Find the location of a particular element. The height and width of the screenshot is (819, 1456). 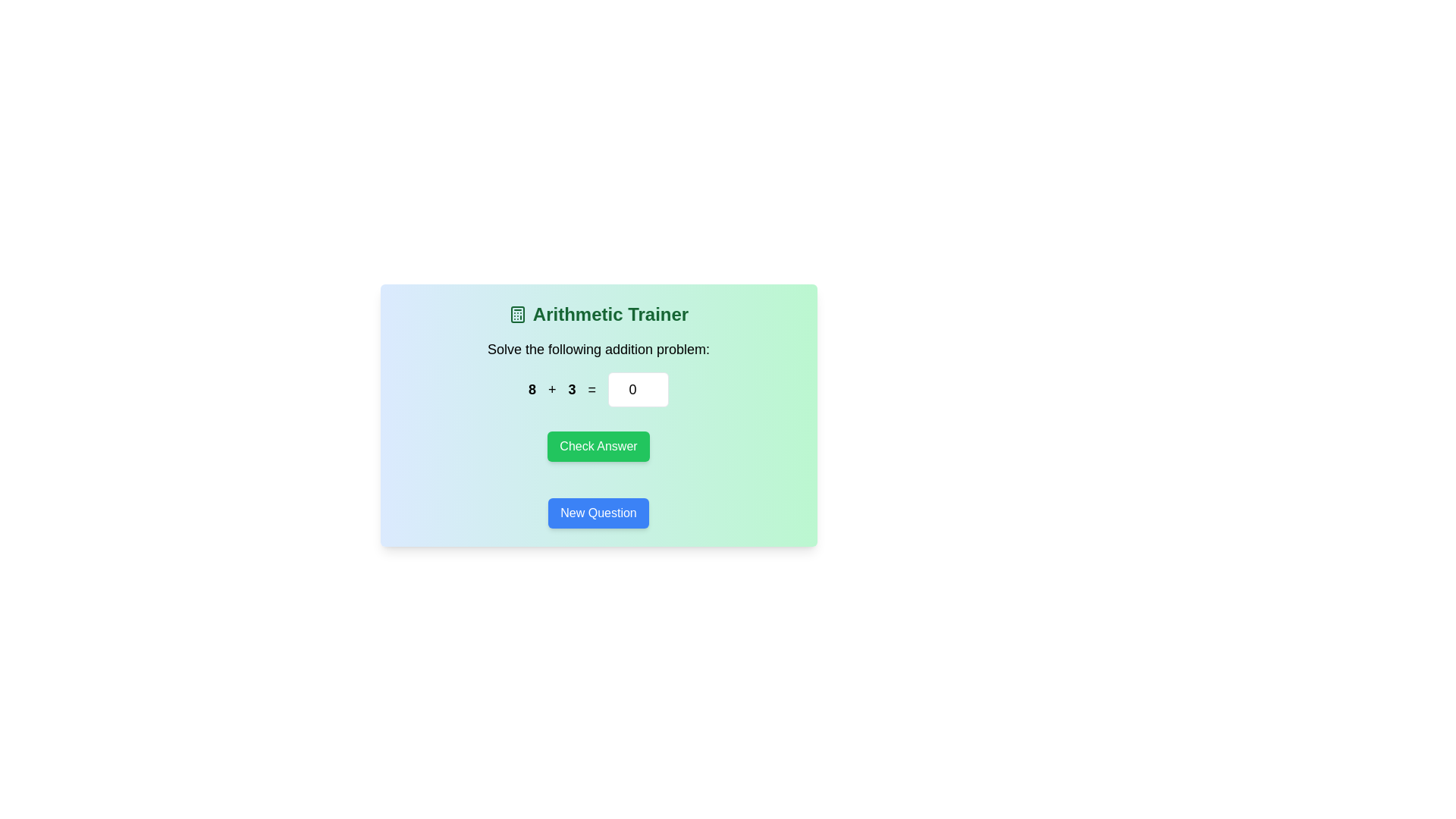

the adjacent components of the title text label for the arithmetic training application, located at the top center of the card layout is located at coordinates (598, 314).